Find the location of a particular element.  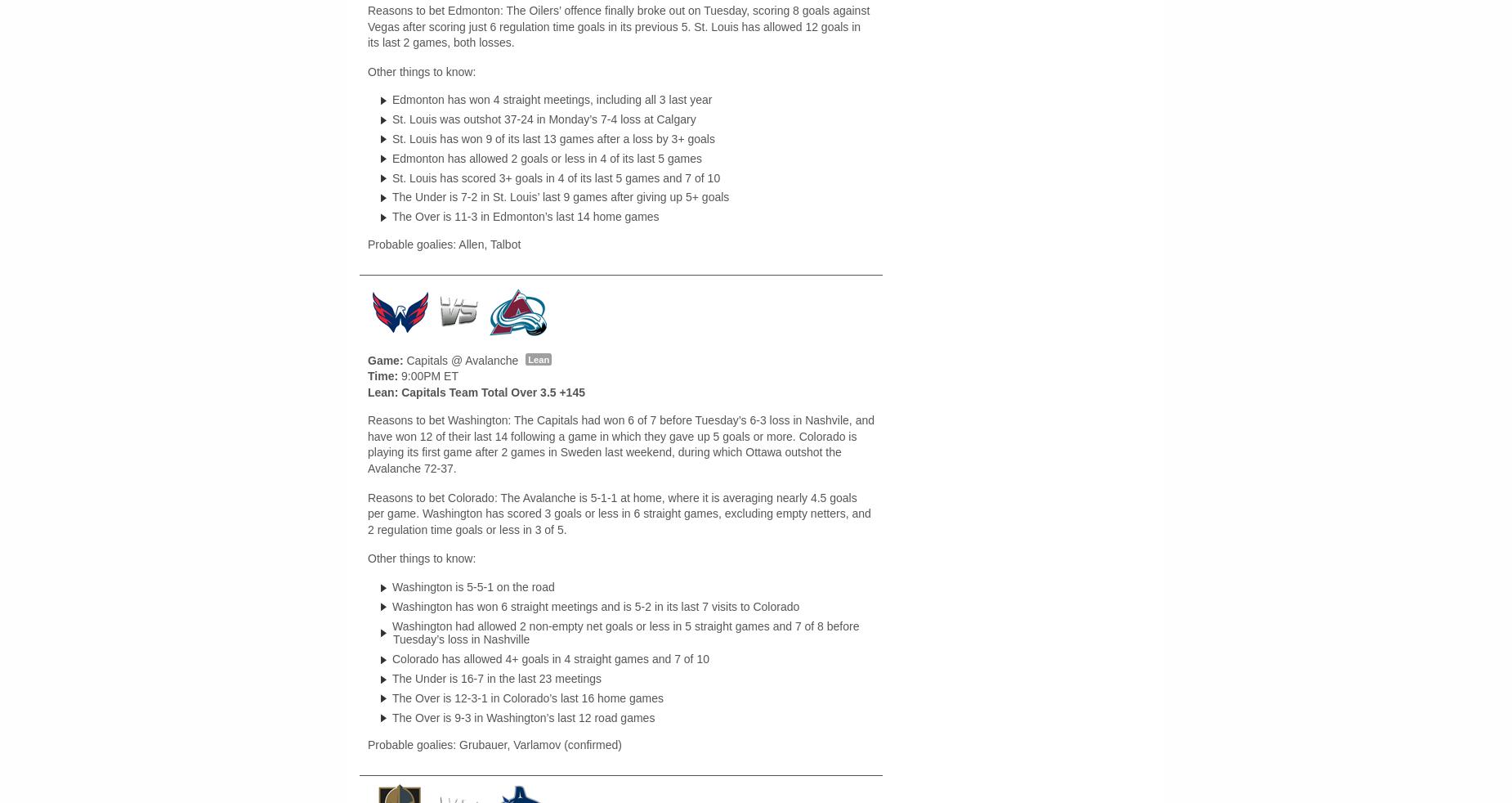

'St. Louis has scored 3+ goals in 4 of its last 5 games and 7 of 10' is located at coordinates (556, 177).